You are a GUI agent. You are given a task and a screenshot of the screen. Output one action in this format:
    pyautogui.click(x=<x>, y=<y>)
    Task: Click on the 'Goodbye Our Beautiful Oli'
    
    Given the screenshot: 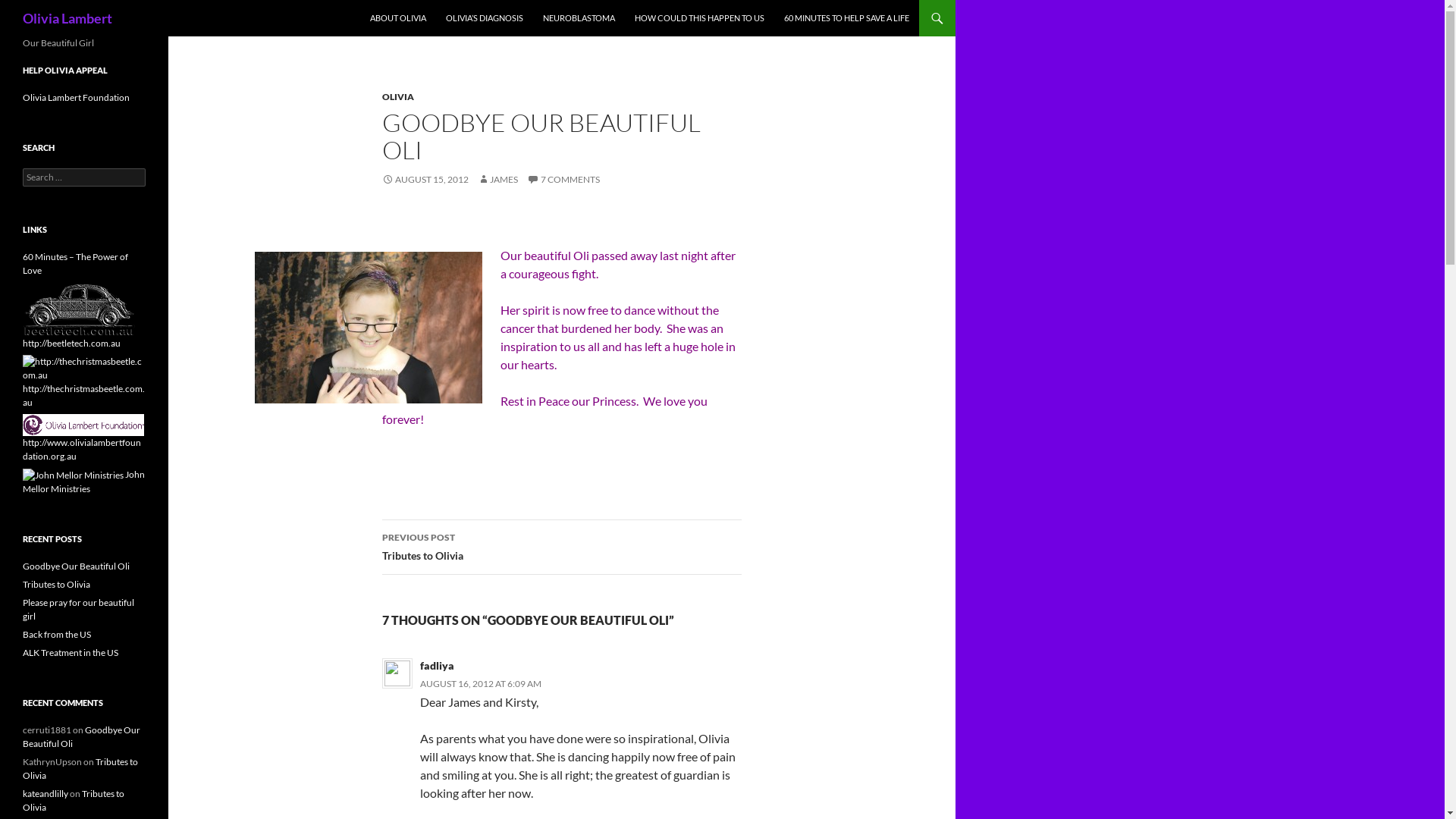 What is the action you would take?
    pyautogui.click(x=75, y=566)
    